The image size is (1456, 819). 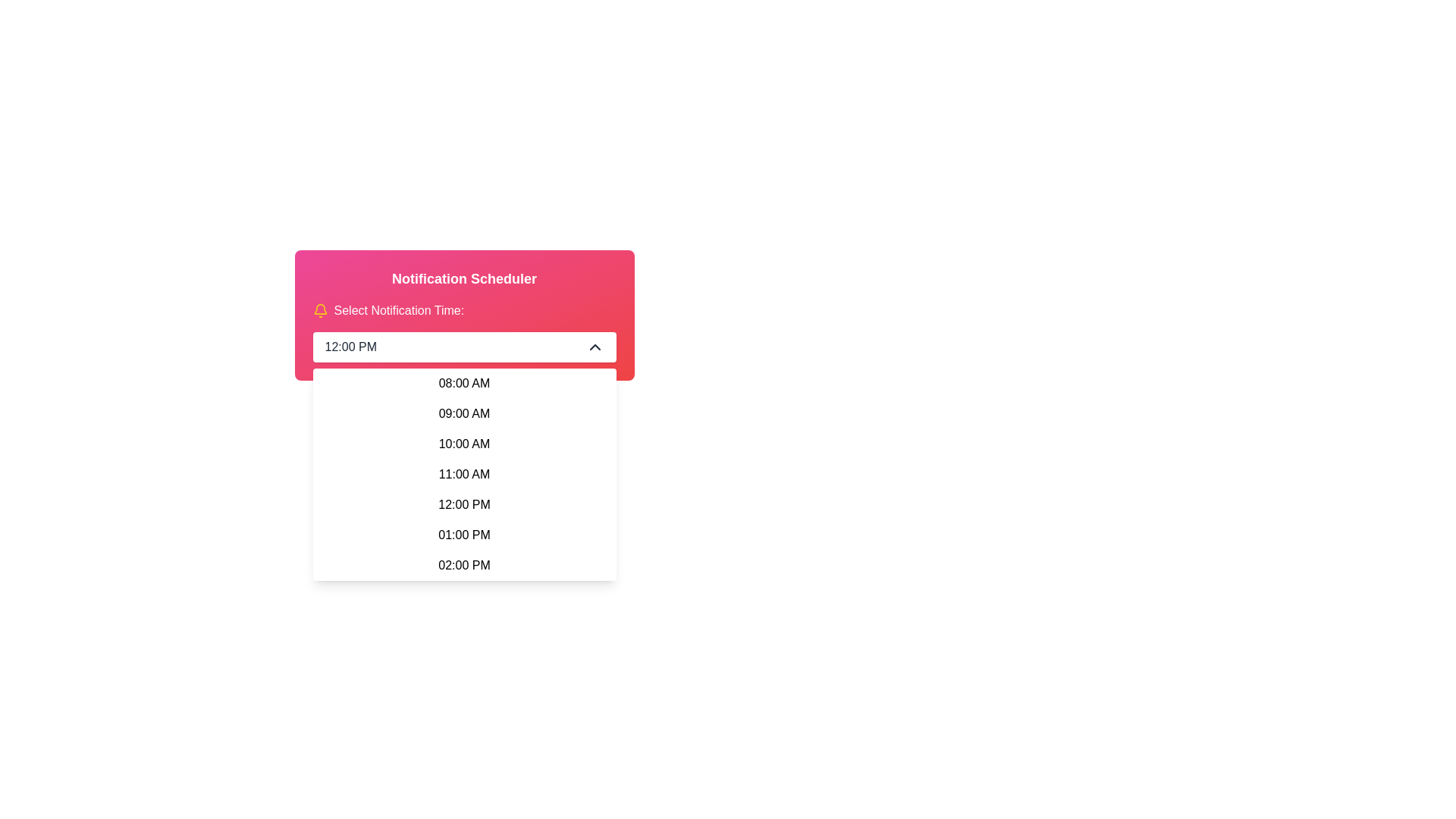 I want to click on the '09:00 AM' selectable option in the dropdown list, so click(x=463, y=414).